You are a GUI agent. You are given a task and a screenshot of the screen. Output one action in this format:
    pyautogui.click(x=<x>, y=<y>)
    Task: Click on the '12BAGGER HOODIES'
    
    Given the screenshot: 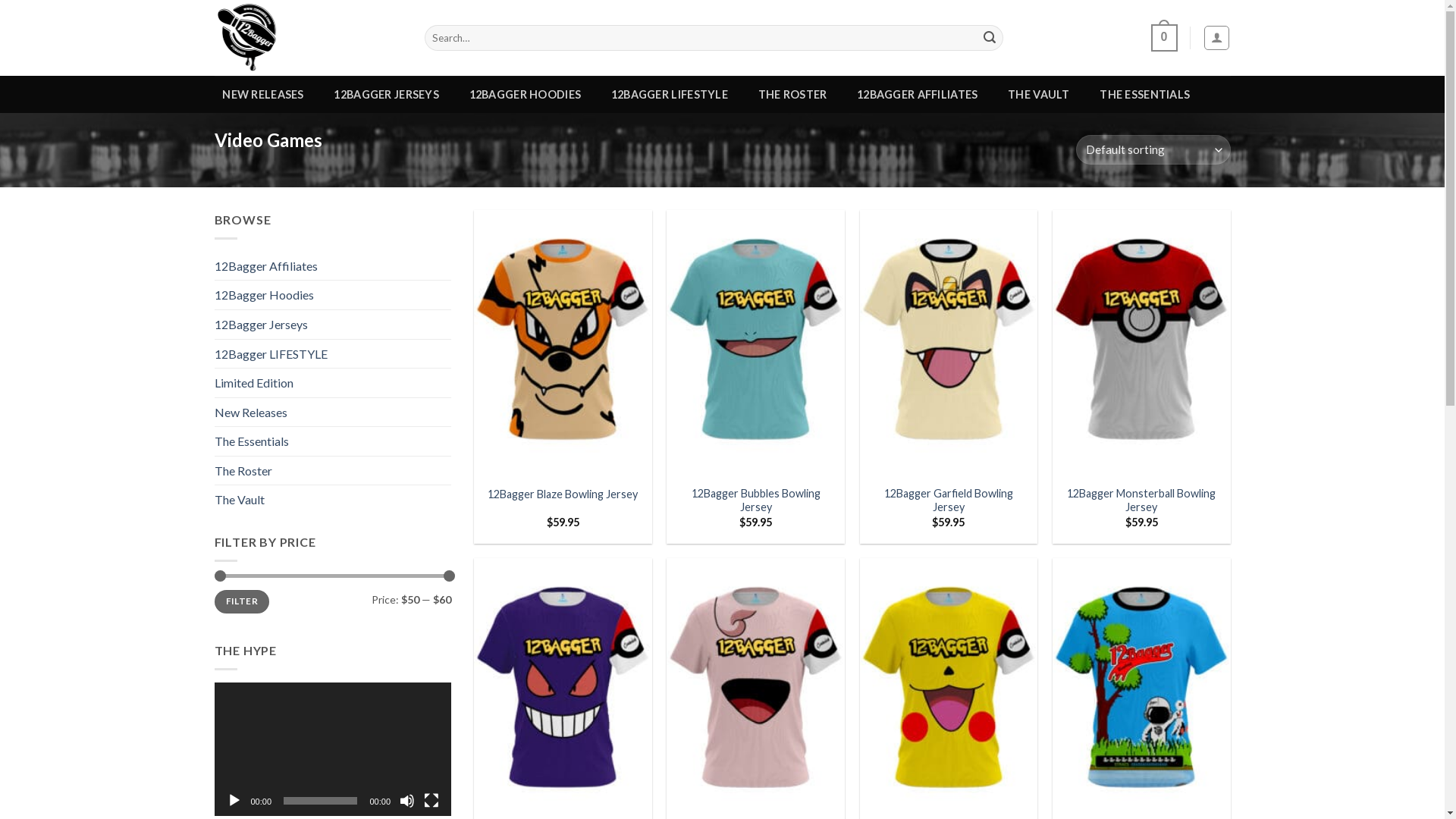 What is the action you would take?
    pyautogui.click(x=525, y=94)
    